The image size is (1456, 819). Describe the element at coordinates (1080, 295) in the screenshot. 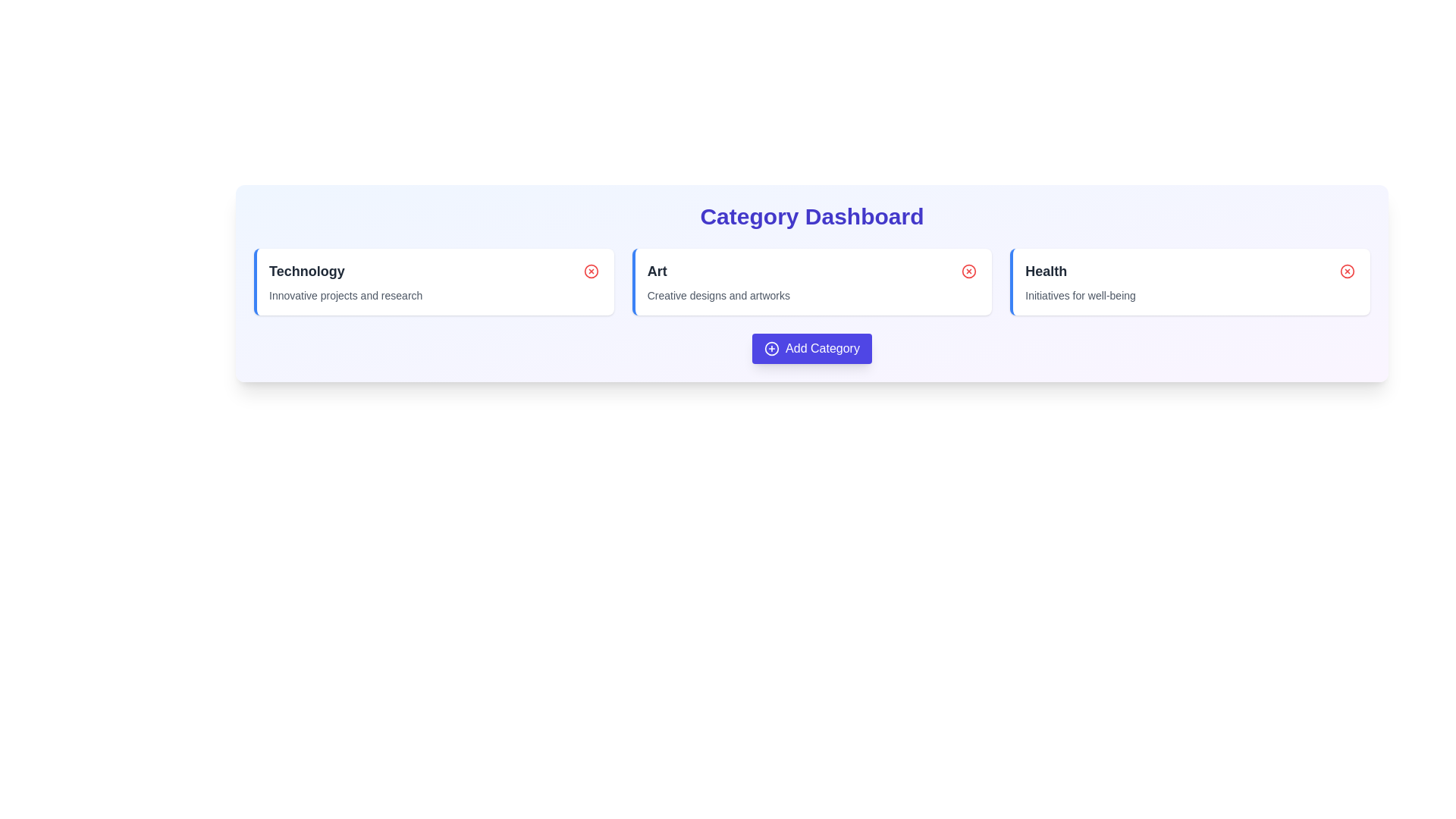

I see `descriptive text that provides additional information about the 'Health' category, located directly below the 'Health' heading in the card on the far right of the dashboard interface` at that location.